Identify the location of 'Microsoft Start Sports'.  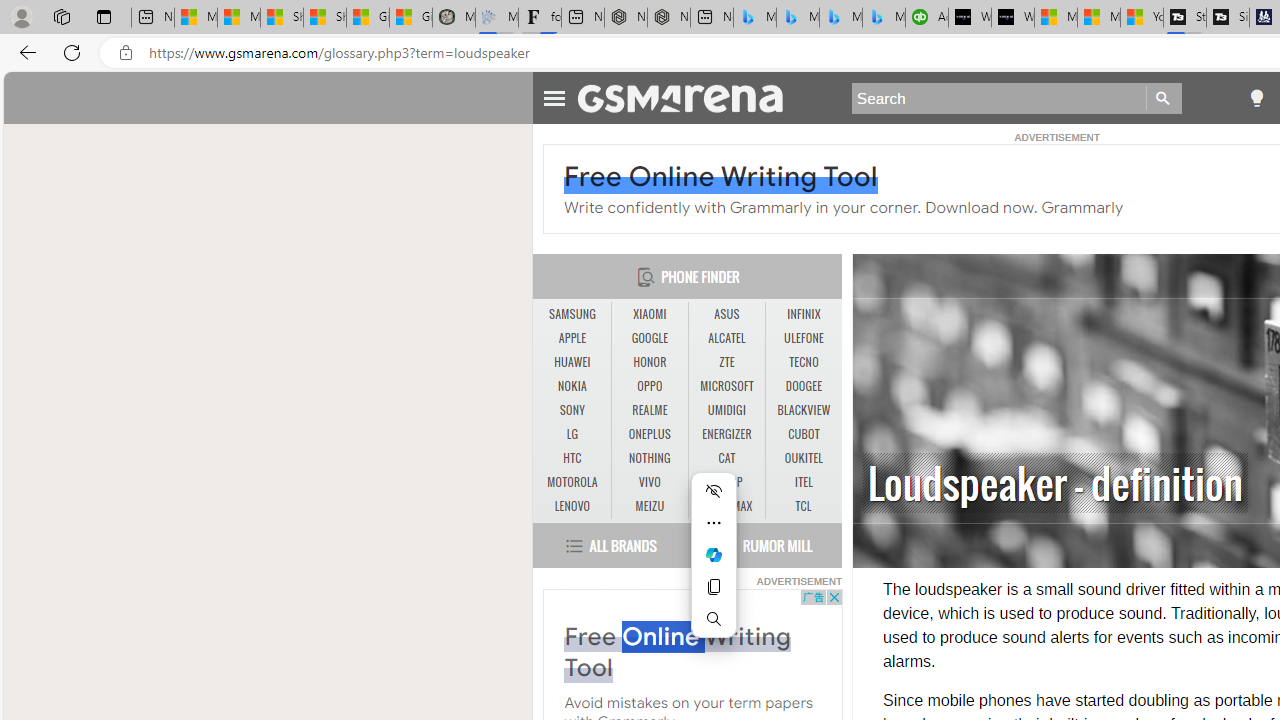
(1055, 17).